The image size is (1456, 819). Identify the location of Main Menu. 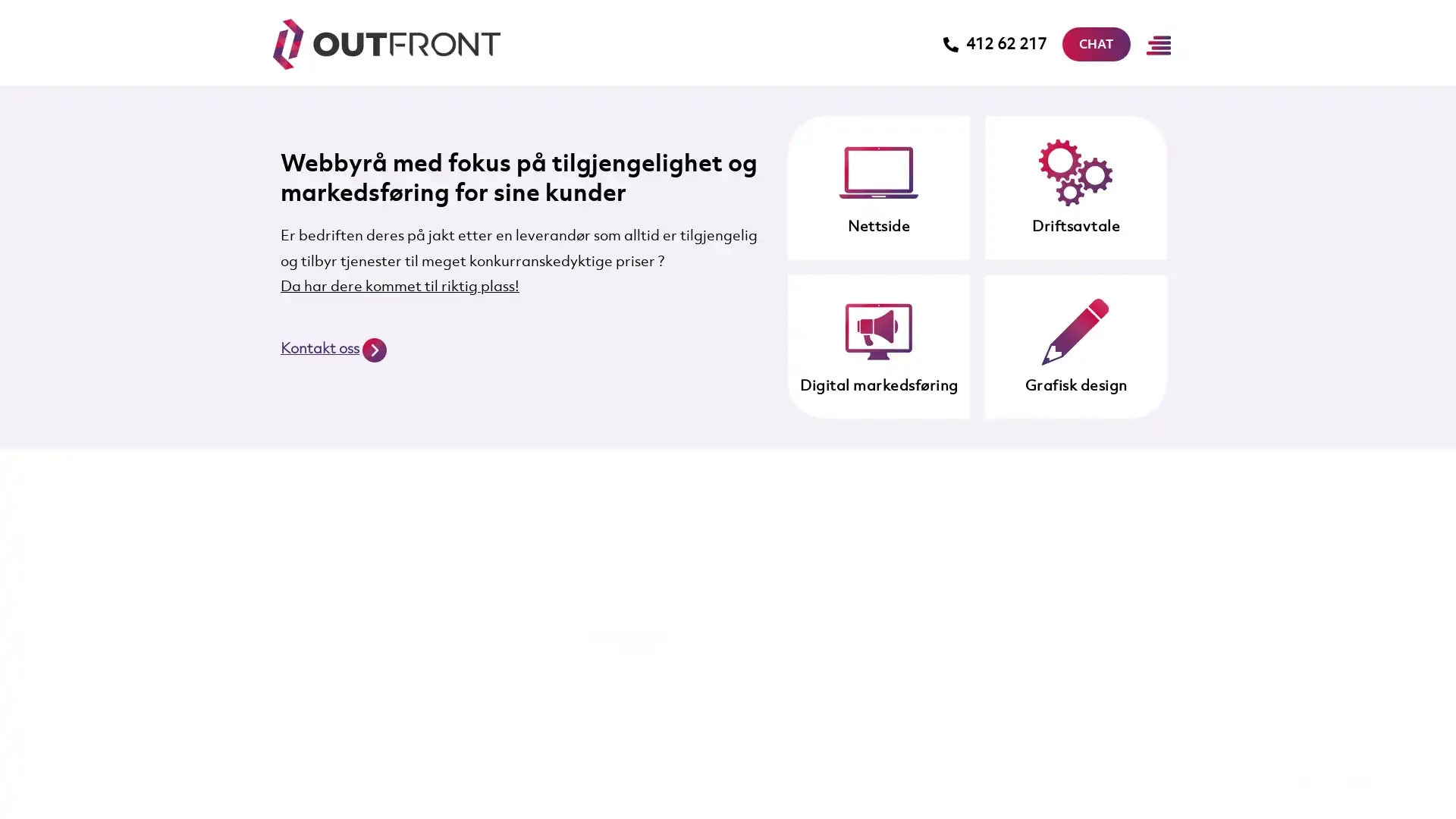
(1163, 50).